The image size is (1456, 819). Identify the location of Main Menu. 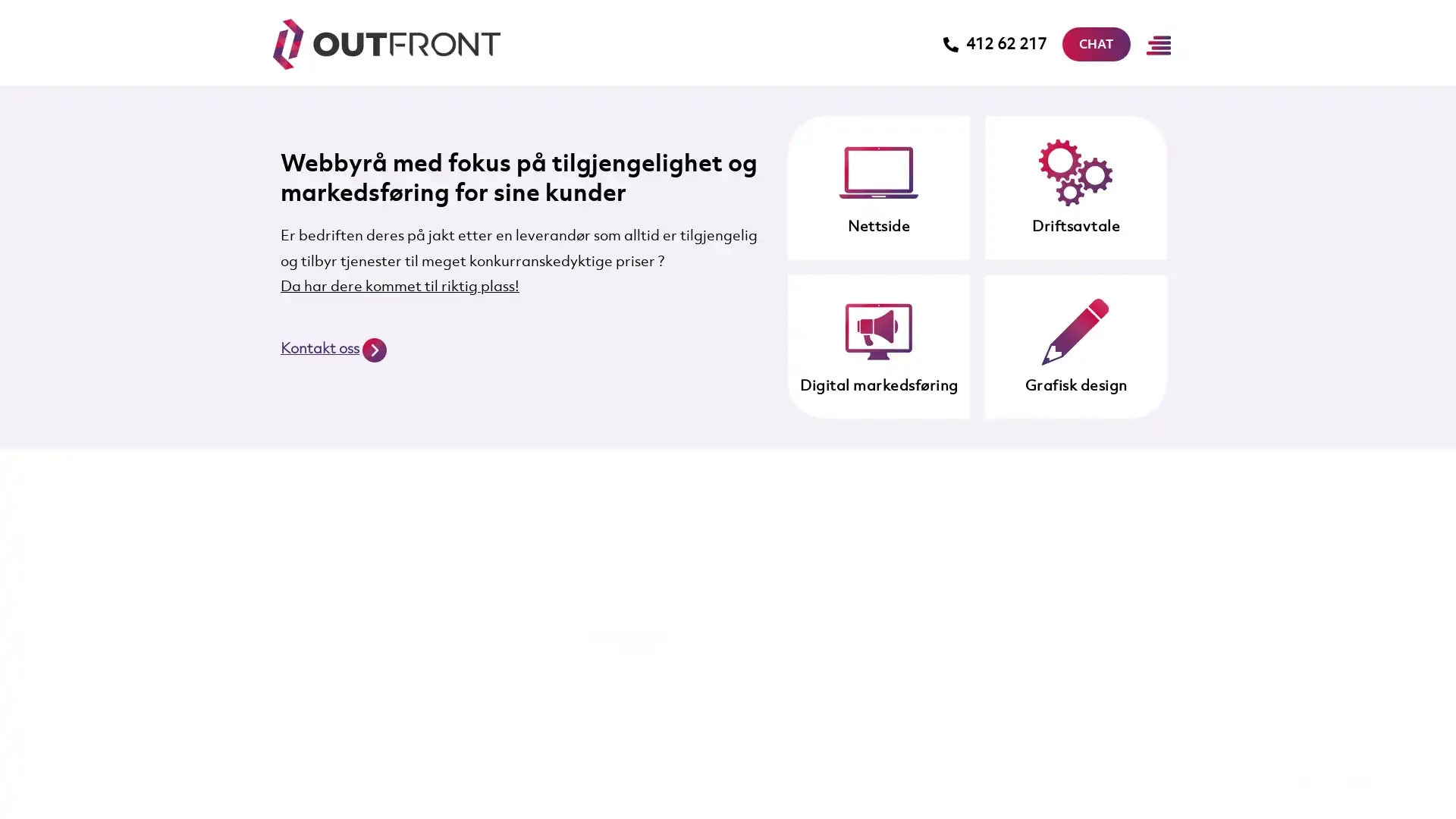
(1163, 50).